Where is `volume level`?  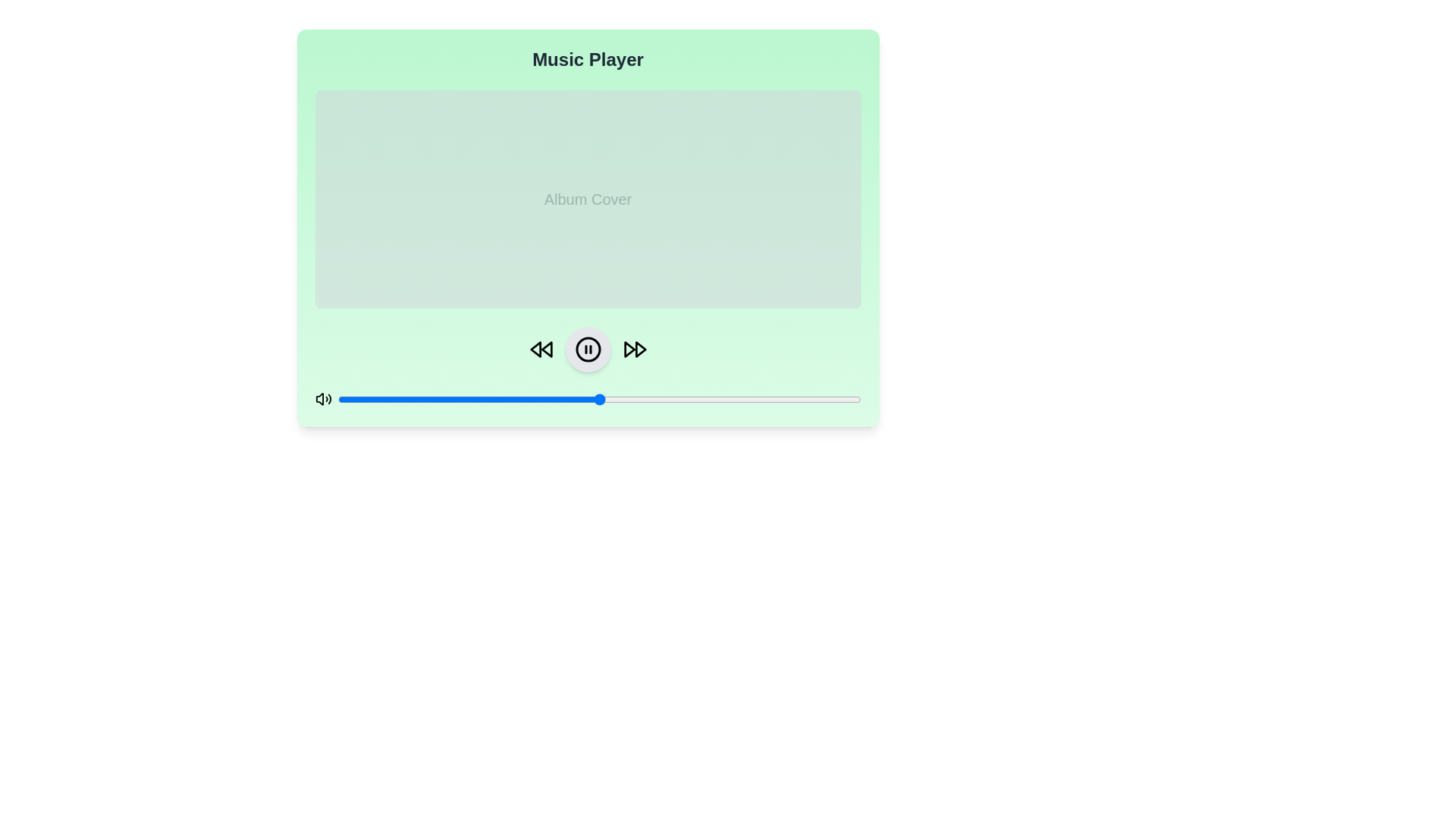 volume level is located at coordinates (719, 399).